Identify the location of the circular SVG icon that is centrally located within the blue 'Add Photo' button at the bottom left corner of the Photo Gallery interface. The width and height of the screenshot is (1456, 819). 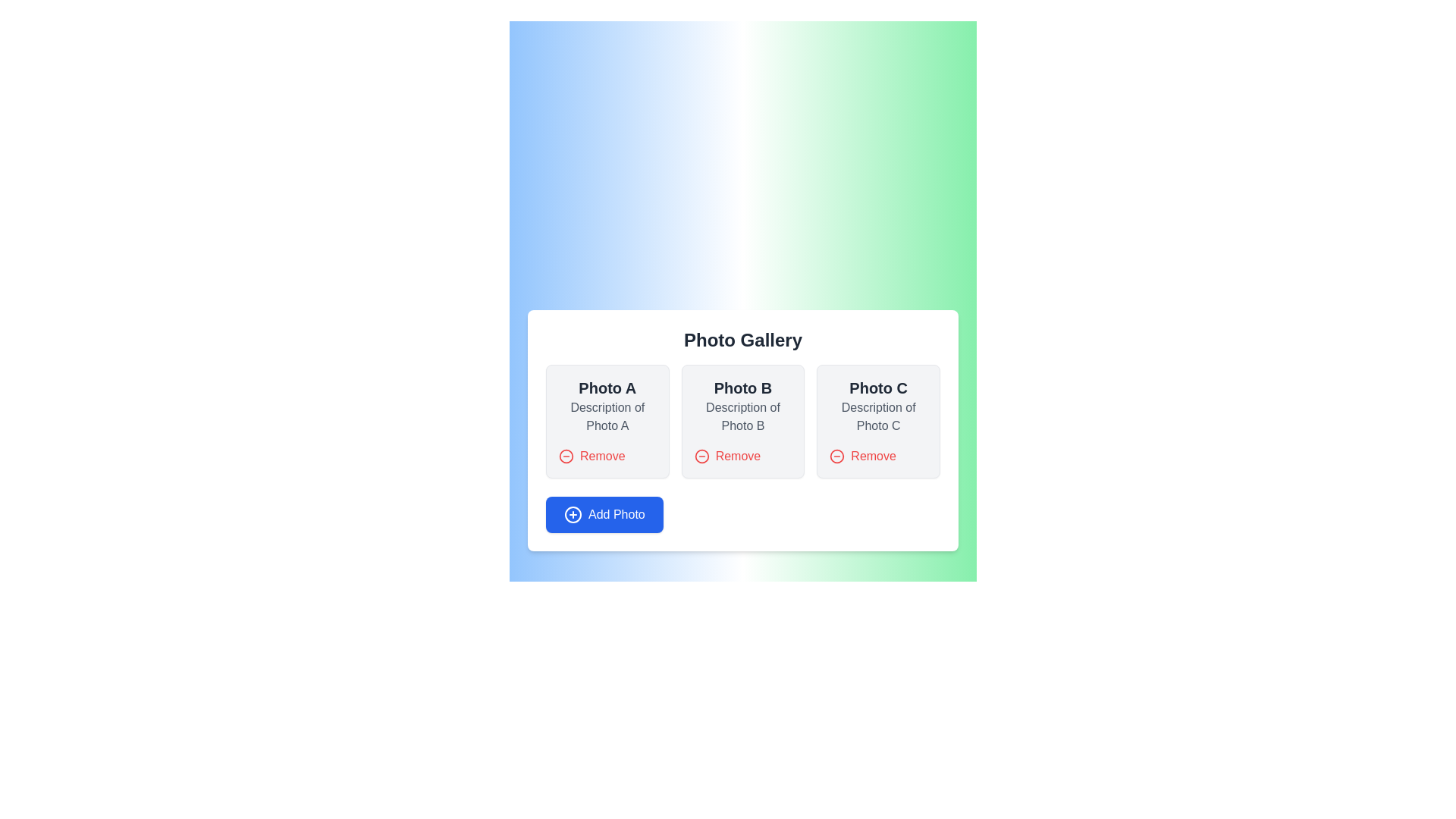
(572, 513).